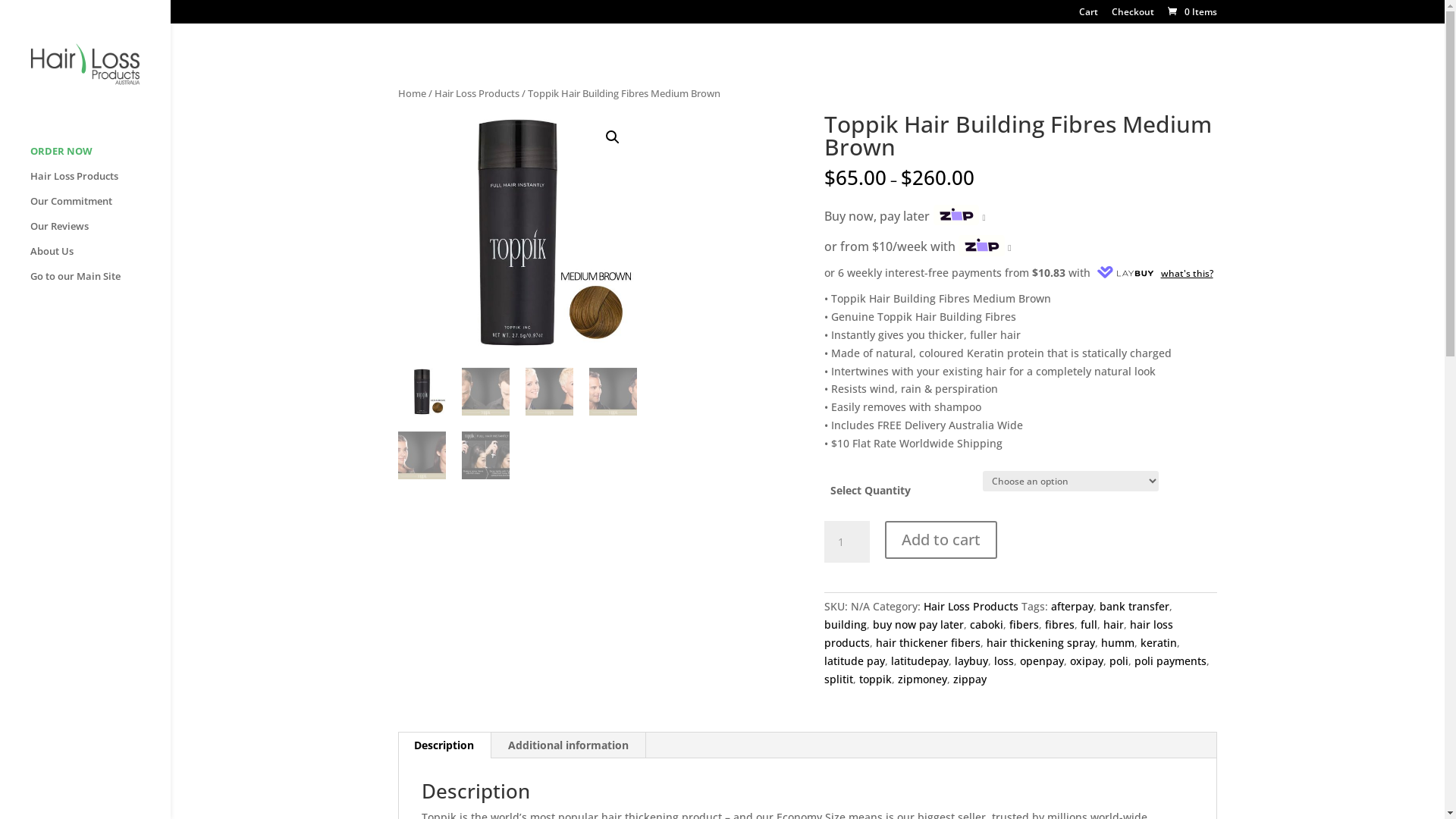  What do you see at coordinates (993, 660) in the screenshot?
I see `'loss'` at bounding box center [993, 660].